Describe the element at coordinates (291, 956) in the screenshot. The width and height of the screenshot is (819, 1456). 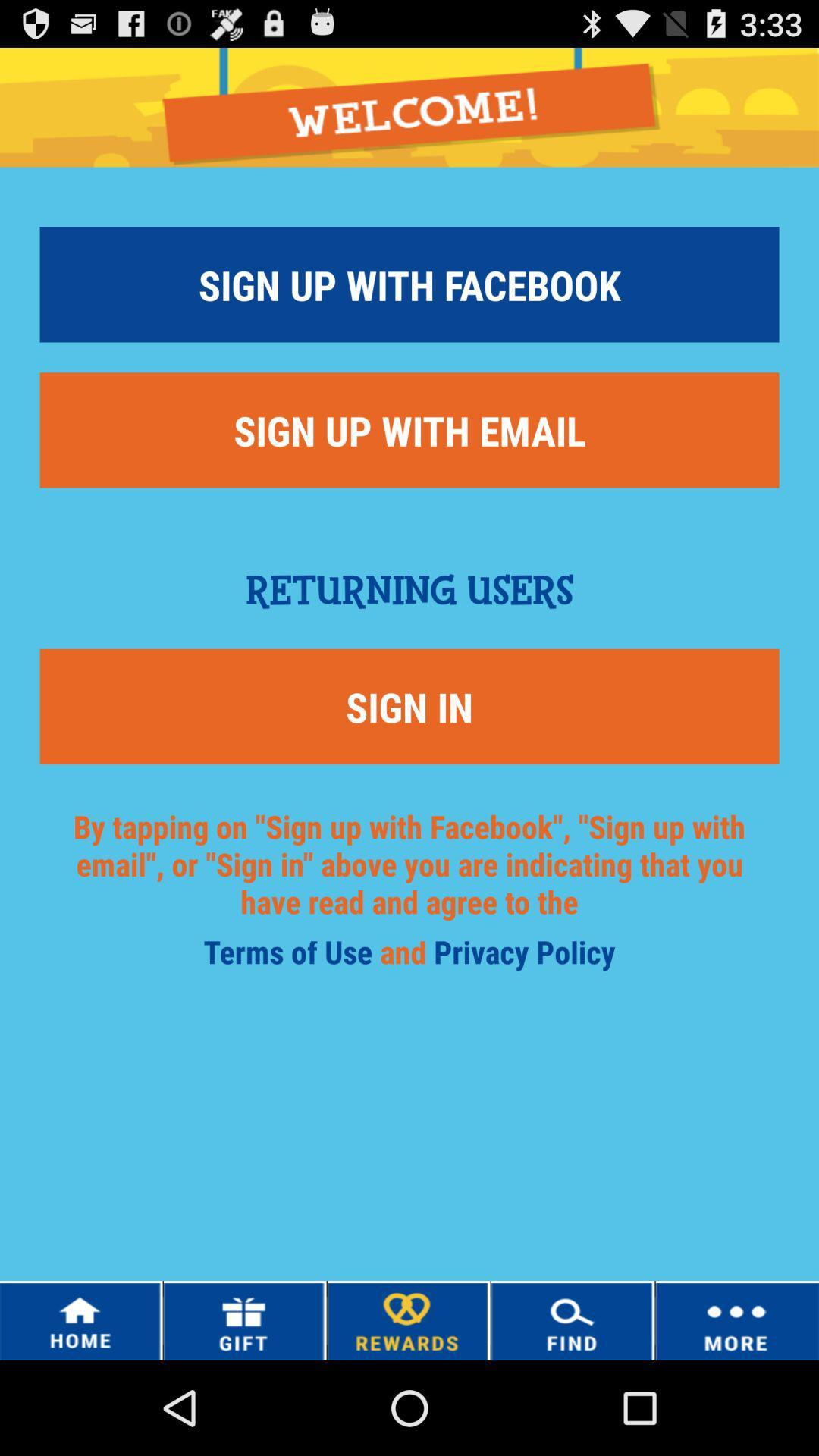
I see `icon next to the and  icon` at that location.